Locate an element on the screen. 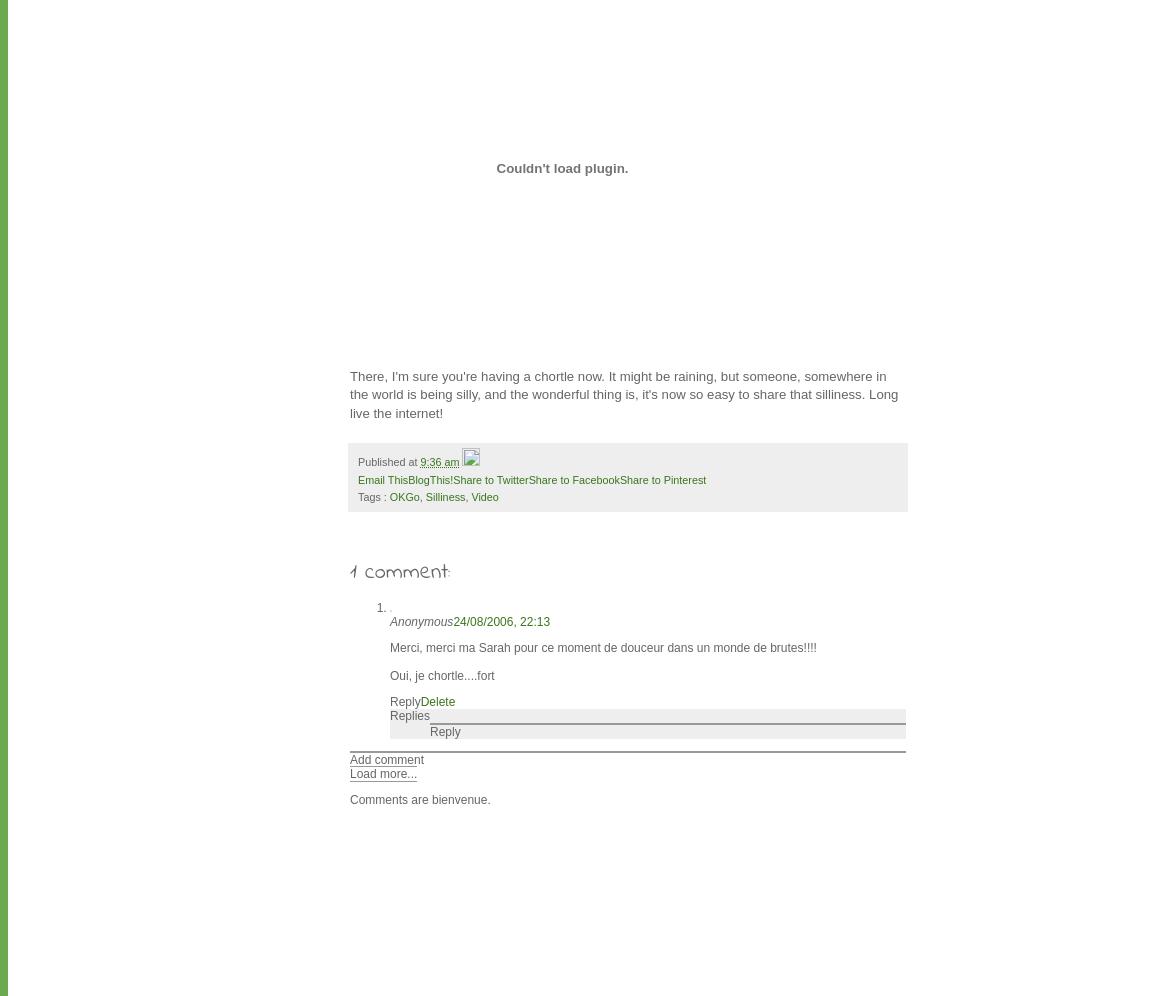 This screenshot has width=1158, height=996. 'Tags :' is located at coordinates (357, 495).